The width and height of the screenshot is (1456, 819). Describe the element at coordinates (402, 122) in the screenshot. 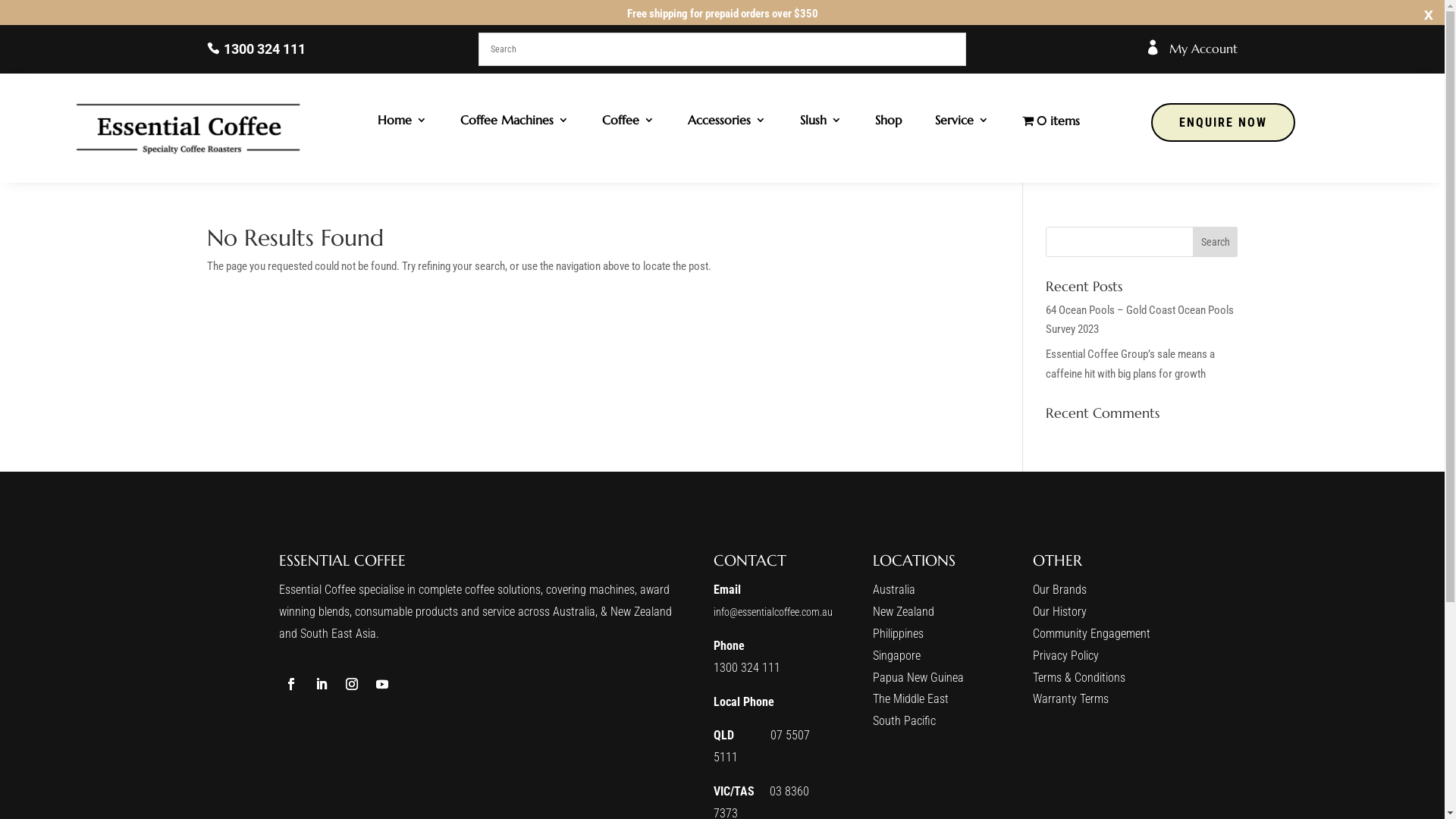

I see `'Home'` at that location.